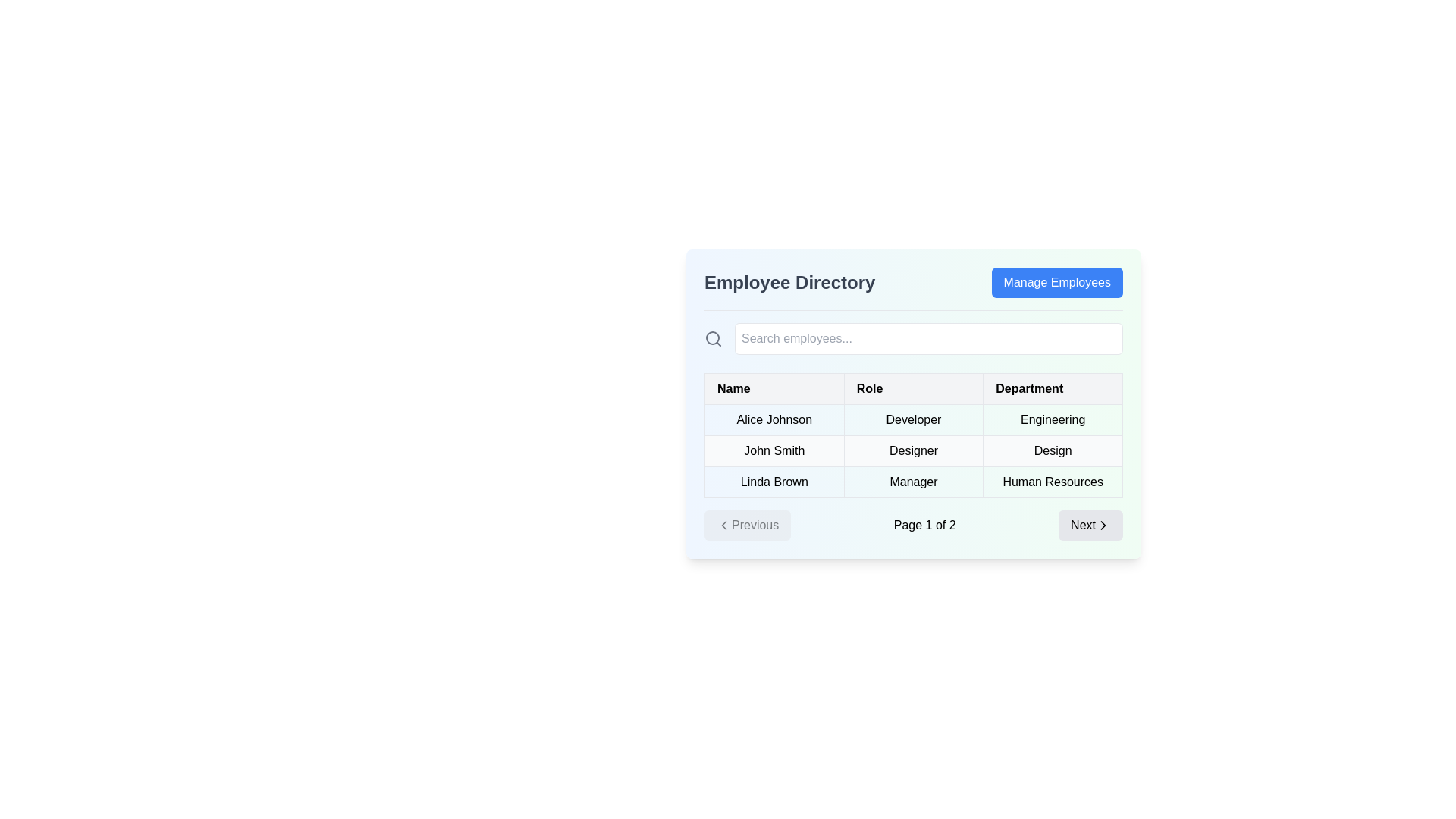 This screenshot has height=819, width=1456. I want to click on the data cell representing the role of the employee 'Linda Brown', which is the second cell in the row of the table, so click(912, 482).